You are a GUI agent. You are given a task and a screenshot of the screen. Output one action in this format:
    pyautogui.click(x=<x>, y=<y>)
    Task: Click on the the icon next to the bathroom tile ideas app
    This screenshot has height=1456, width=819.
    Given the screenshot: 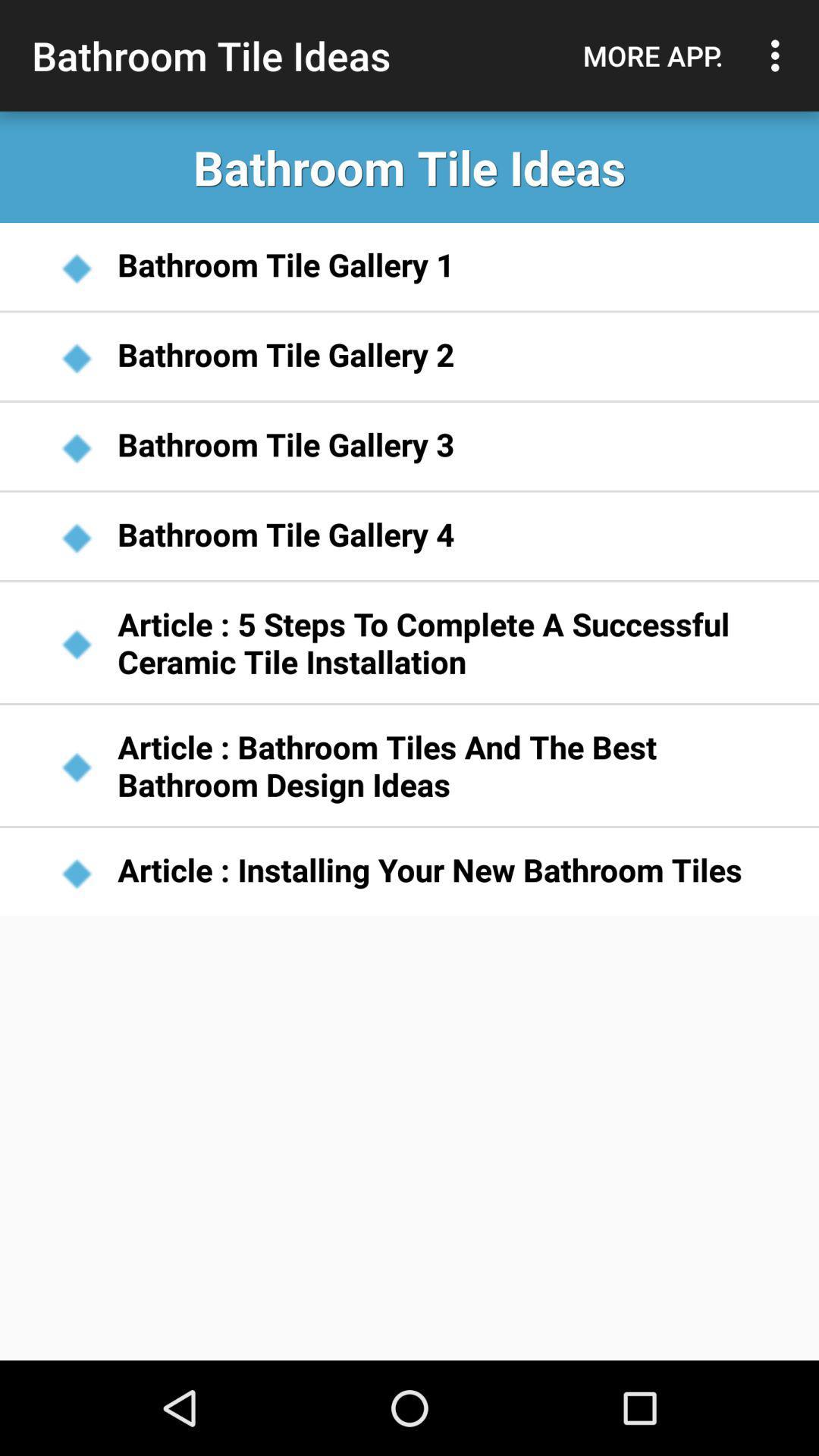 What is the action you would take?
    pyautogui.click(x=652, y=55)
    